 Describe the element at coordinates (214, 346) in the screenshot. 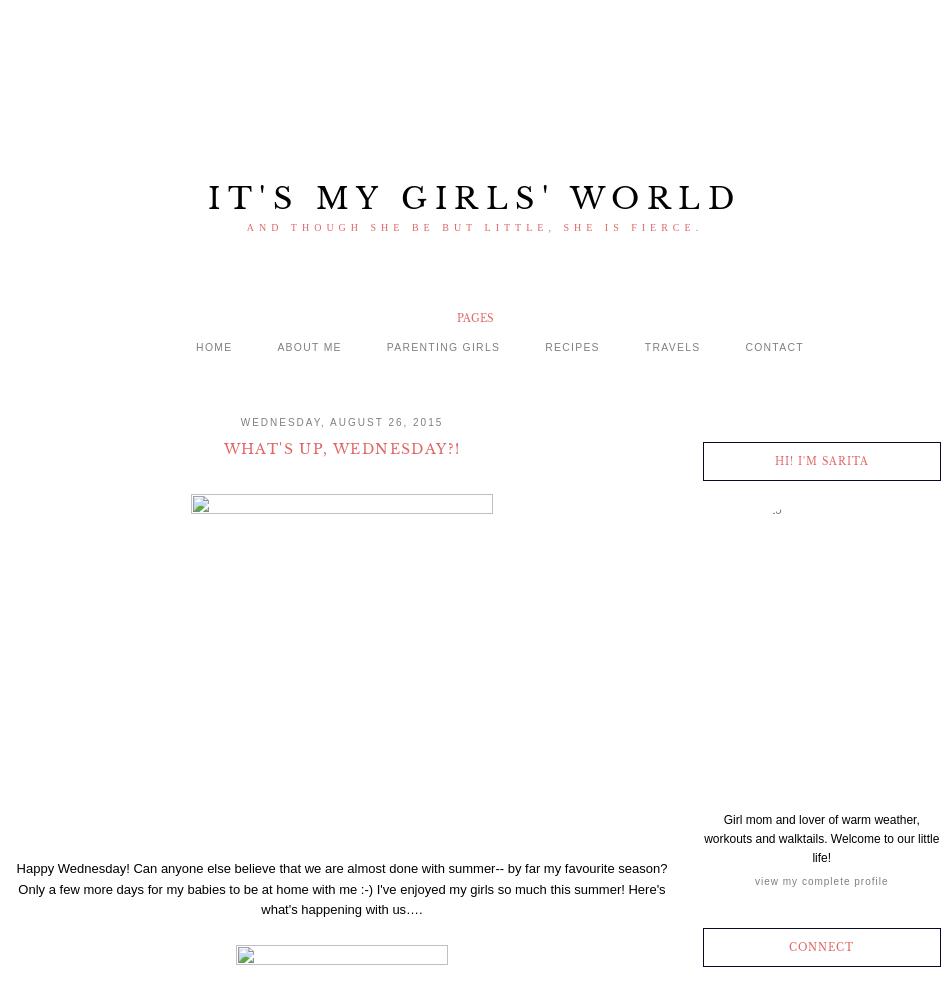

I see `'Home'` at that location.